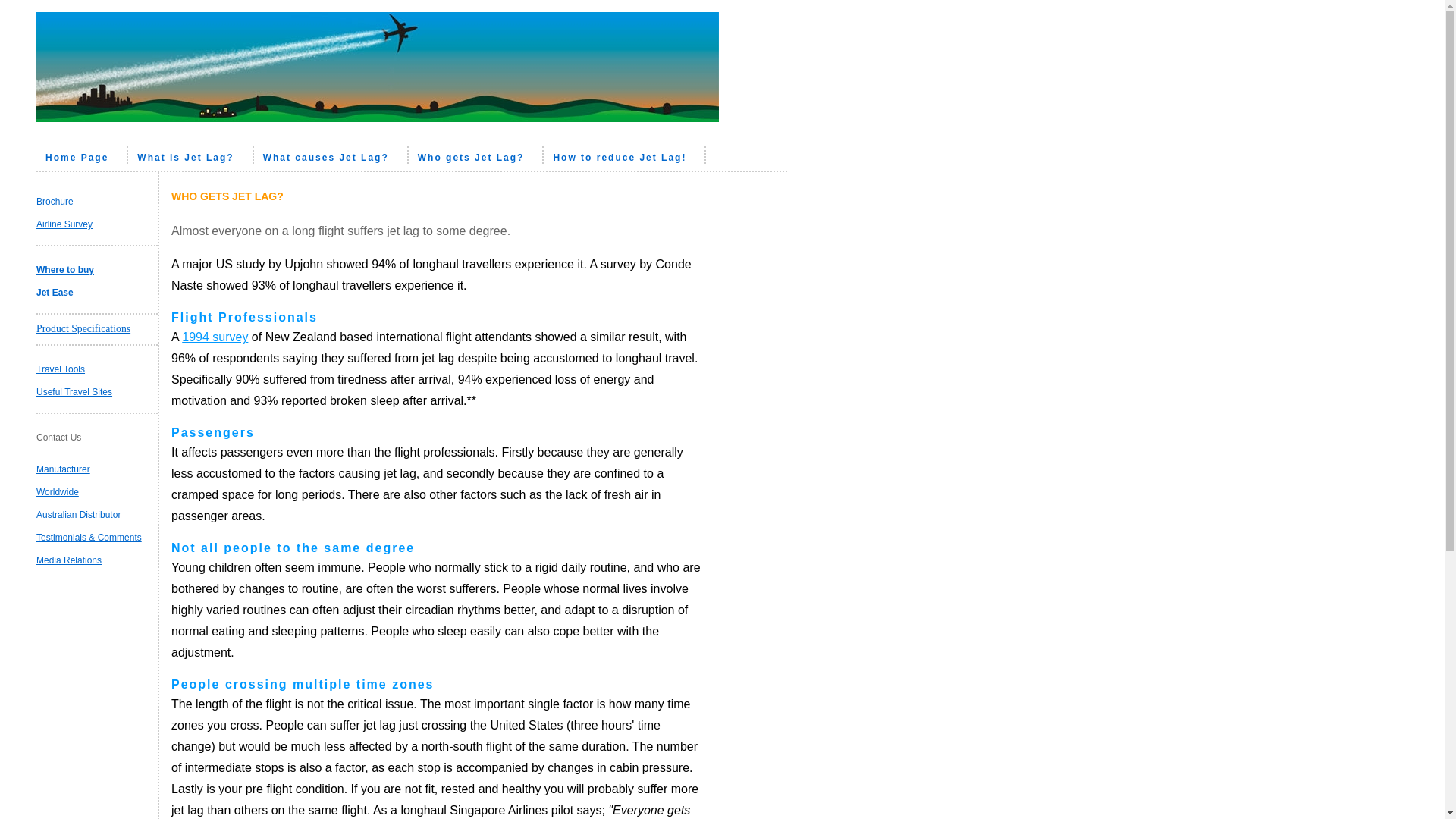 This screenshot has width=1456, height=819. Describe the element at coordinates (625, 155) in the screenshot. I see `'How to reduce Jet Lag!'` at that location.